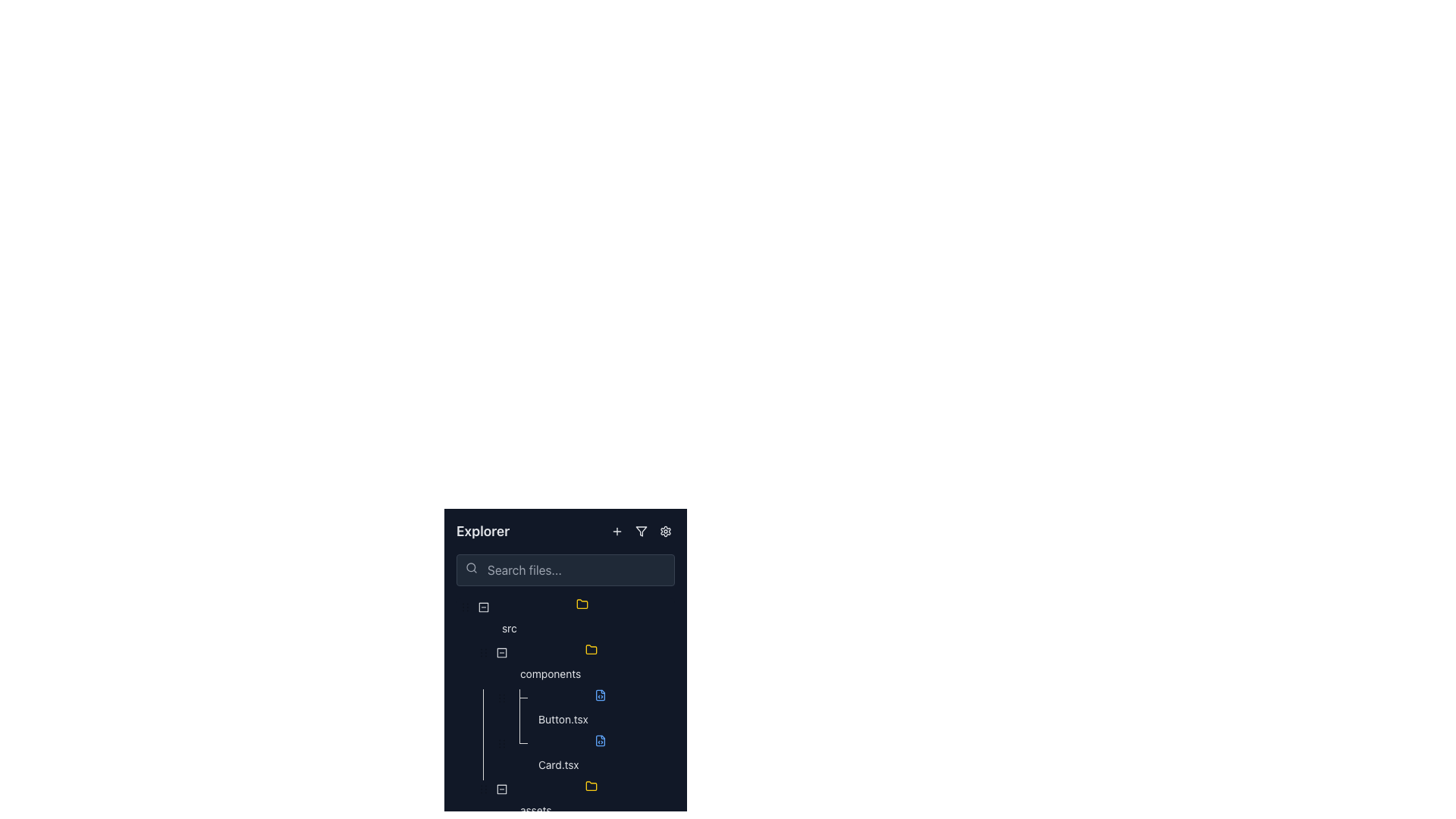 The width and height of the screenshot is (1456, 819). I want to click on the Toggle button for hierarchical structures, which is represented as a small square icon with a minus symbol, located beside the text label 'src', so click(483, 620).